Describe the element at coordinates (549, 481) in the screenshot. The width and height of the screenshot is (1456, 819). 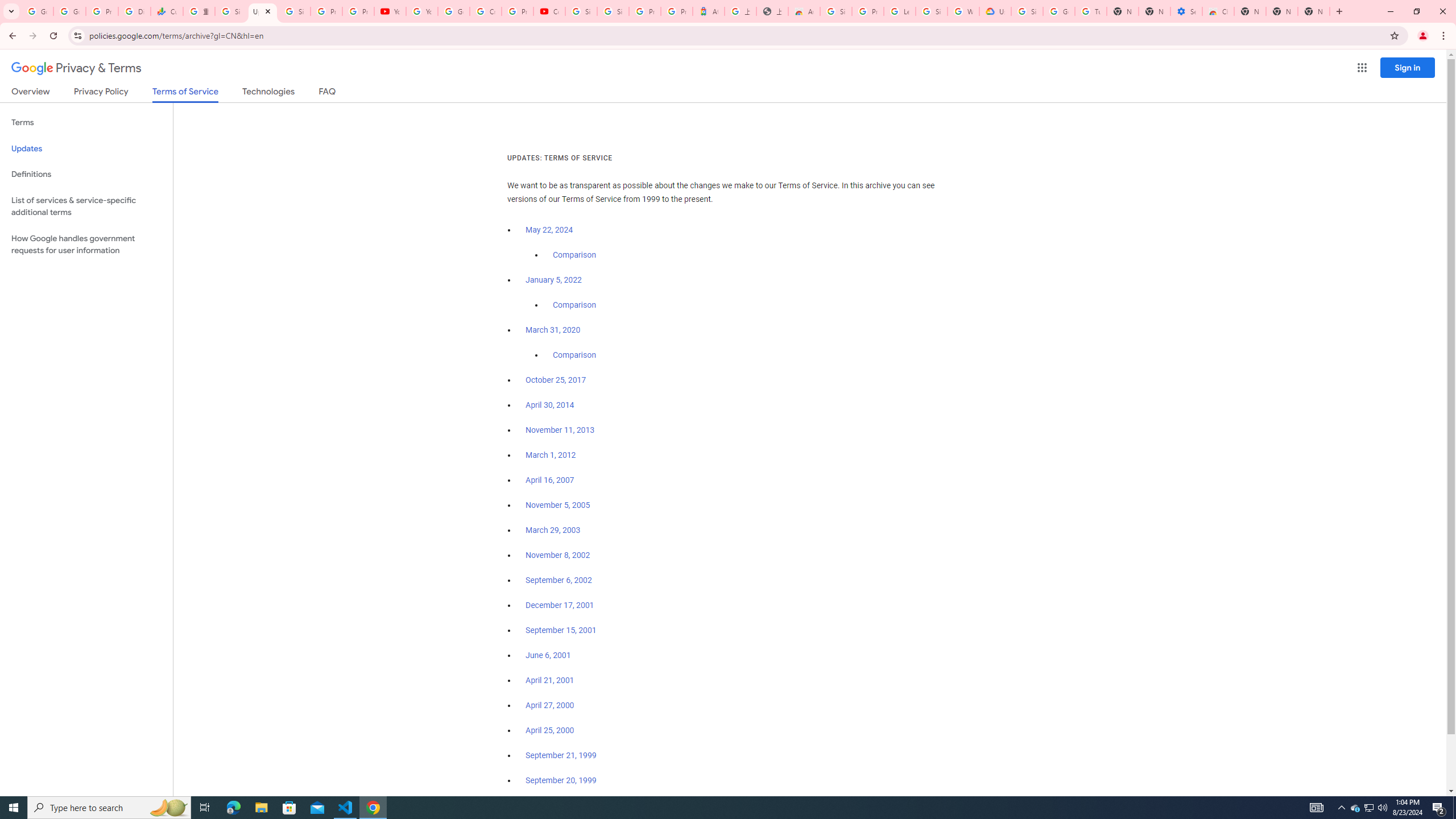
I see `'April 16, 2007'` at that location.